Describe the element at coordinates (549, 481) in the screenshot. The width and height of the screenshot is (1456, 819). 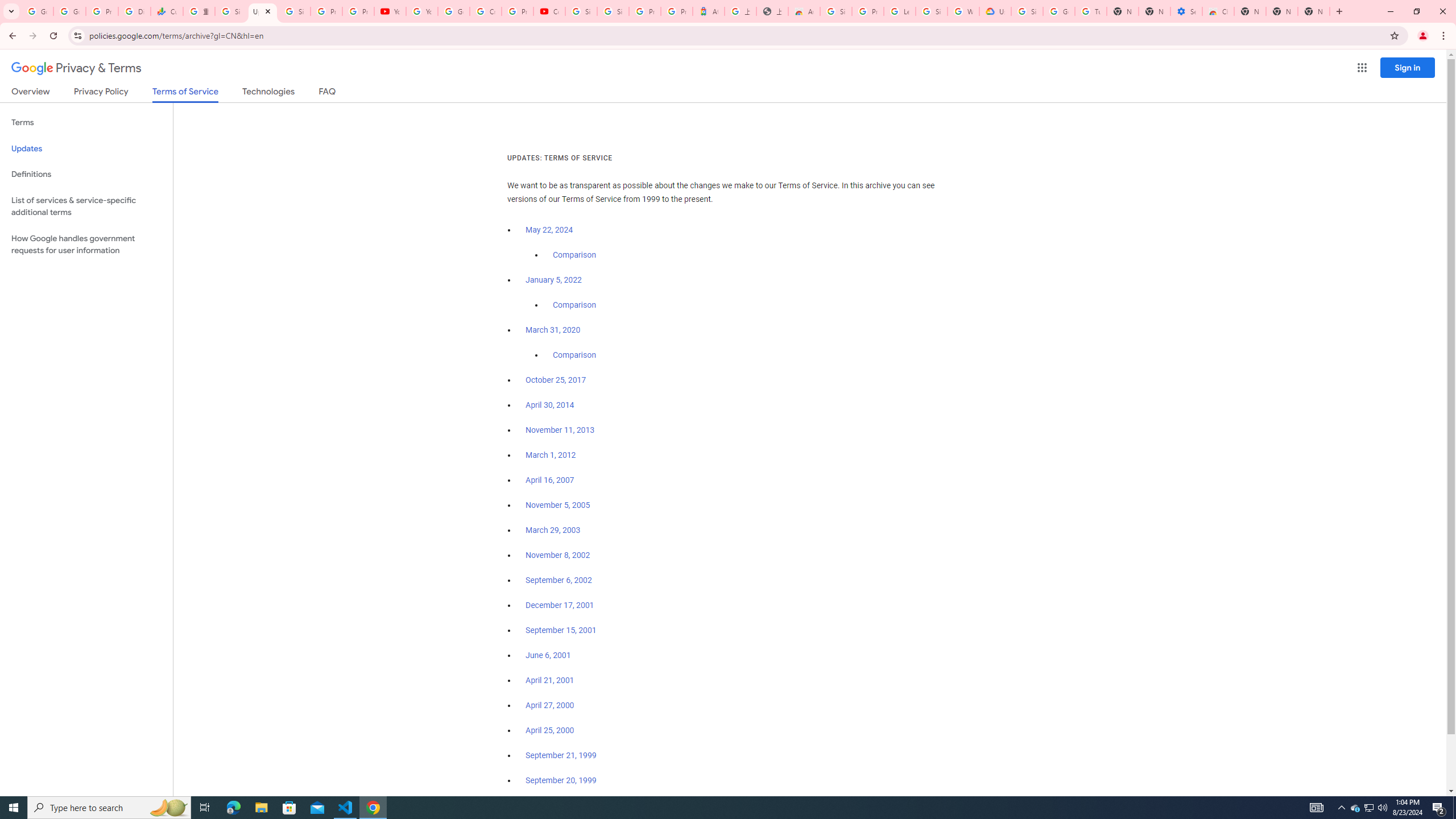
I see `'April 16, 2007'` at that location.